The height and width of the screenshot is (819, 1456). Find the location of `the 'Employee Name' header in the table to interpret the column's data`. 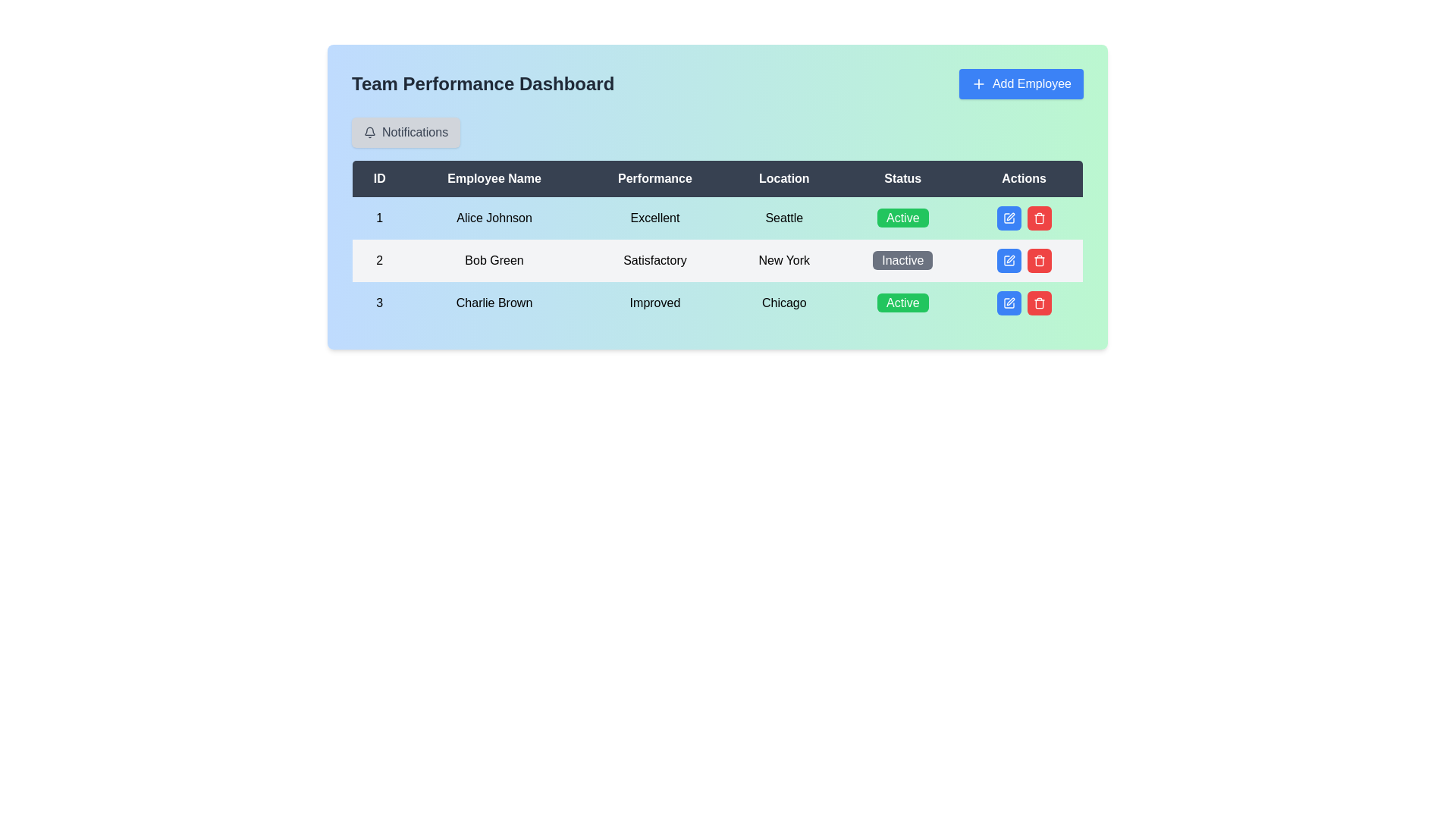

the 'Employee Name' header in the table to interpret the column's data is located at coordinates (494, 177).